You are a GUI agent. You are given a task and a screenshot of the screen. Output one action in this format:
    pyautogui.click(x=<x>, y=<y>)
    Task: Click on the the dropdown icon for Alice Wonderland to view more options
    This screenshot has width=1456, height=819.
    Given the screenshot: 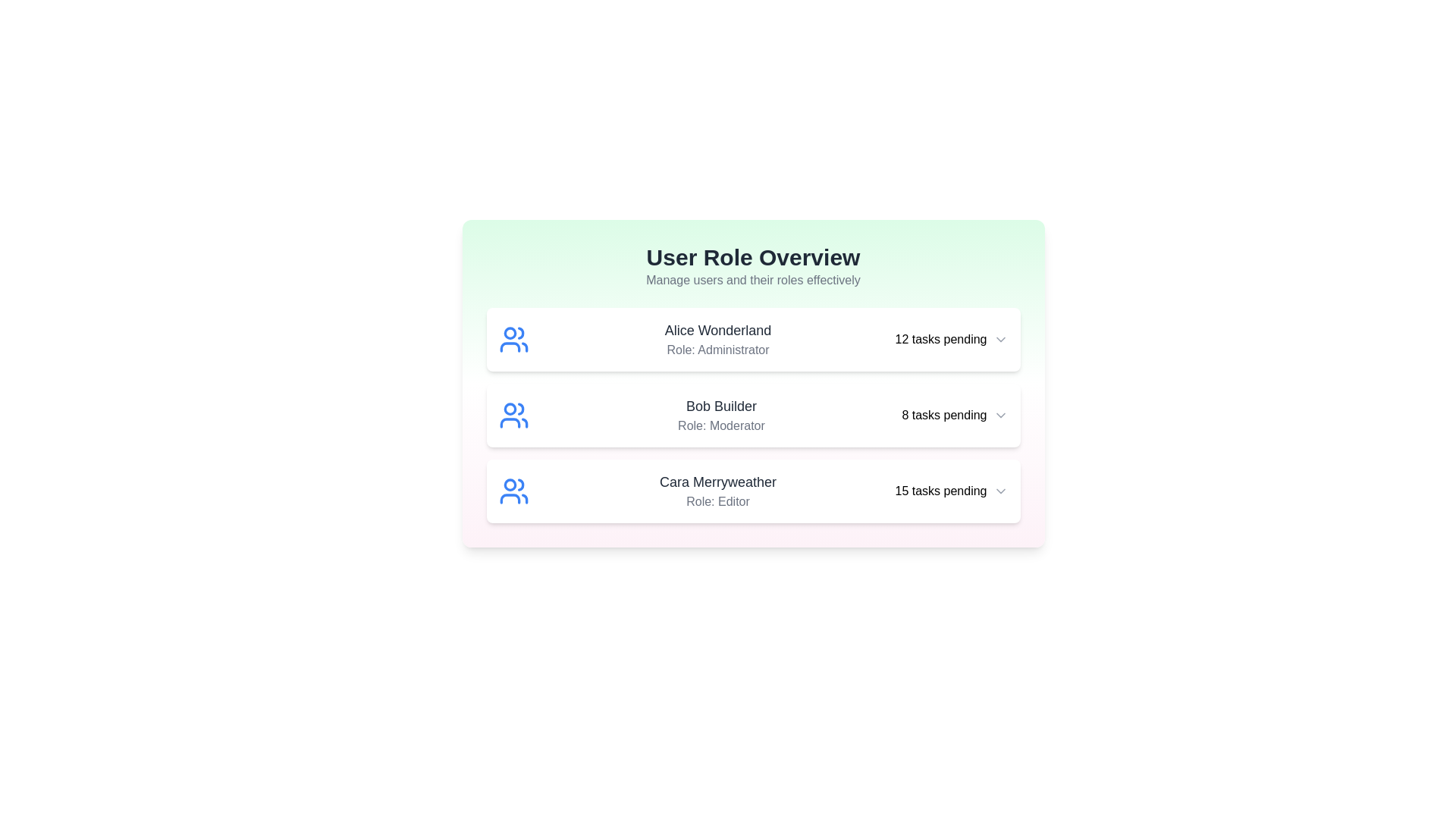 What is the action you would take?
    pyautogui.click(x=1000, y=338)
    